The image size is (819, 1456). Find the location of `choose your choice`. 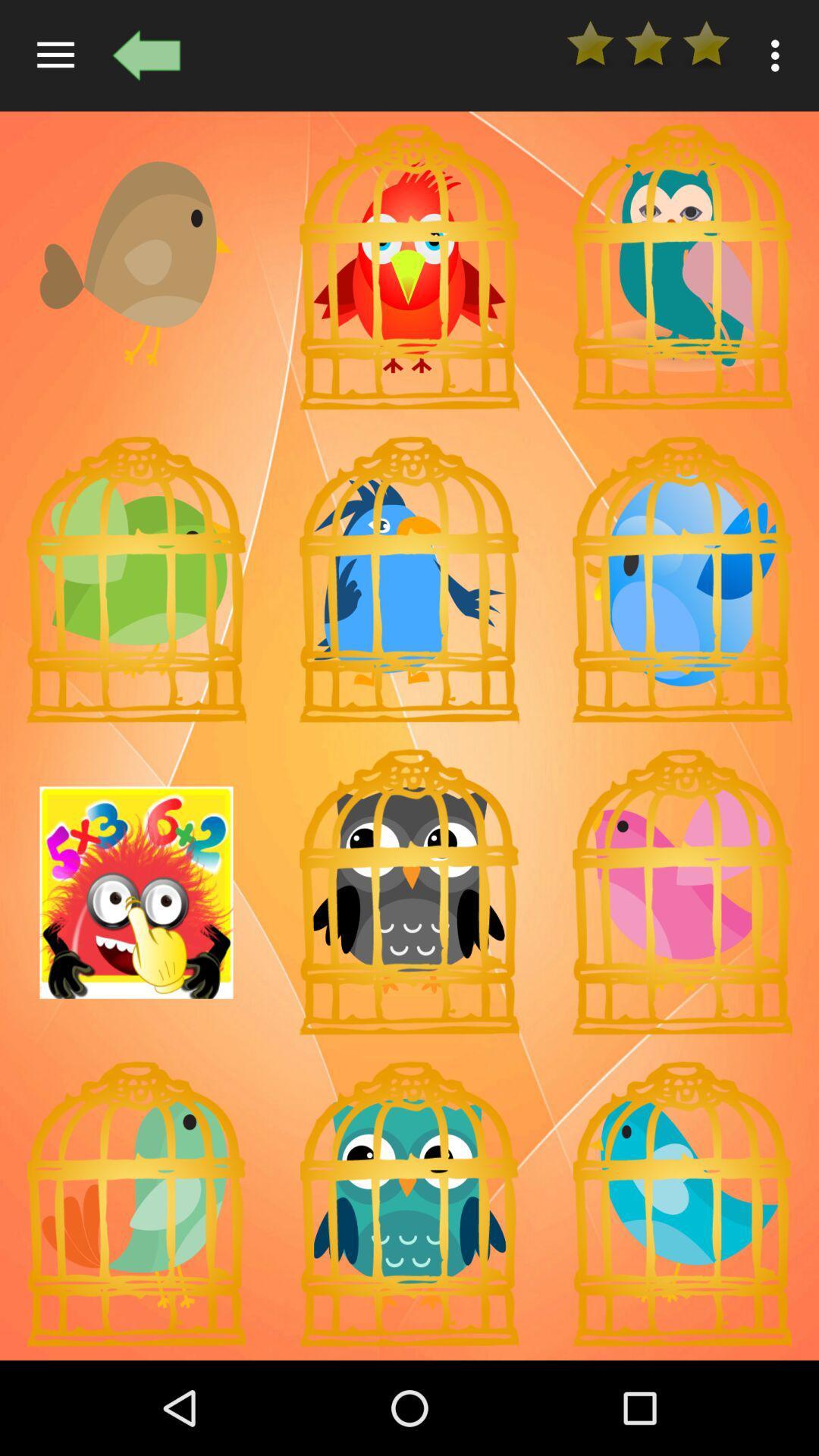

choose your choice is located at coordinates (409, 579).